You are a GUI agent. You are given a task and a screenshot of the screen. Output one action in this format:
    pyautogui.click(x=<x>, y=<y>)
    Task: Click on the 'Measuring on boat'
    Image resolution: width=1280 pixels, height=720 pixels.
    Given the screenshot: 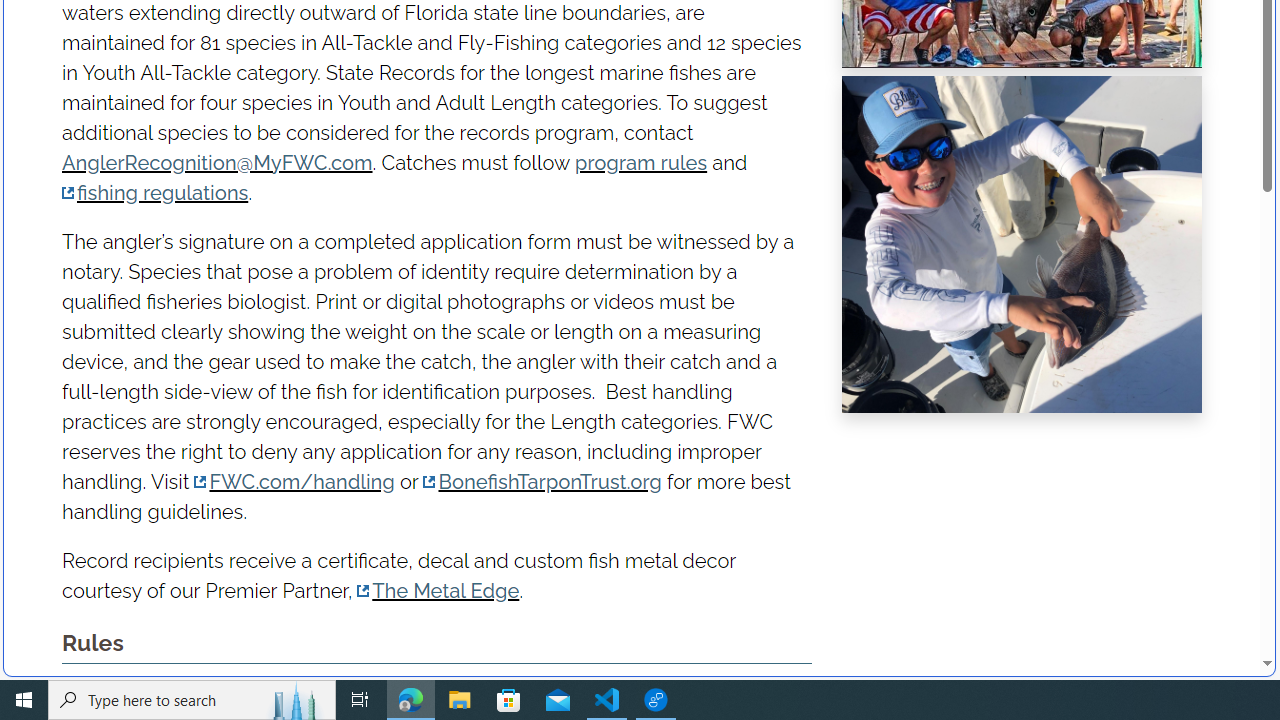 What is the action you would take?
    pyautogui.click(x=1022, y=244)
    